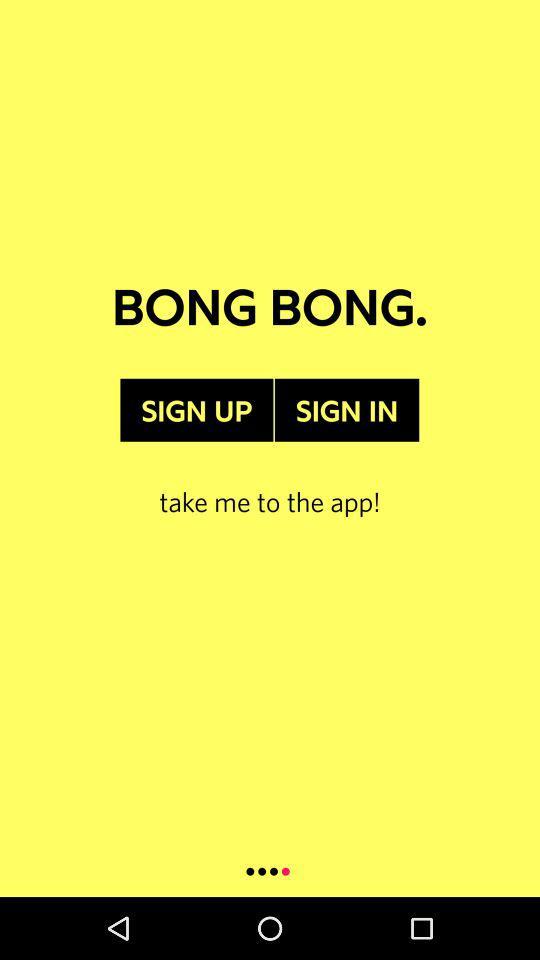 The image size is (540, 960). I want to click on sign up item, so click(196, 409).